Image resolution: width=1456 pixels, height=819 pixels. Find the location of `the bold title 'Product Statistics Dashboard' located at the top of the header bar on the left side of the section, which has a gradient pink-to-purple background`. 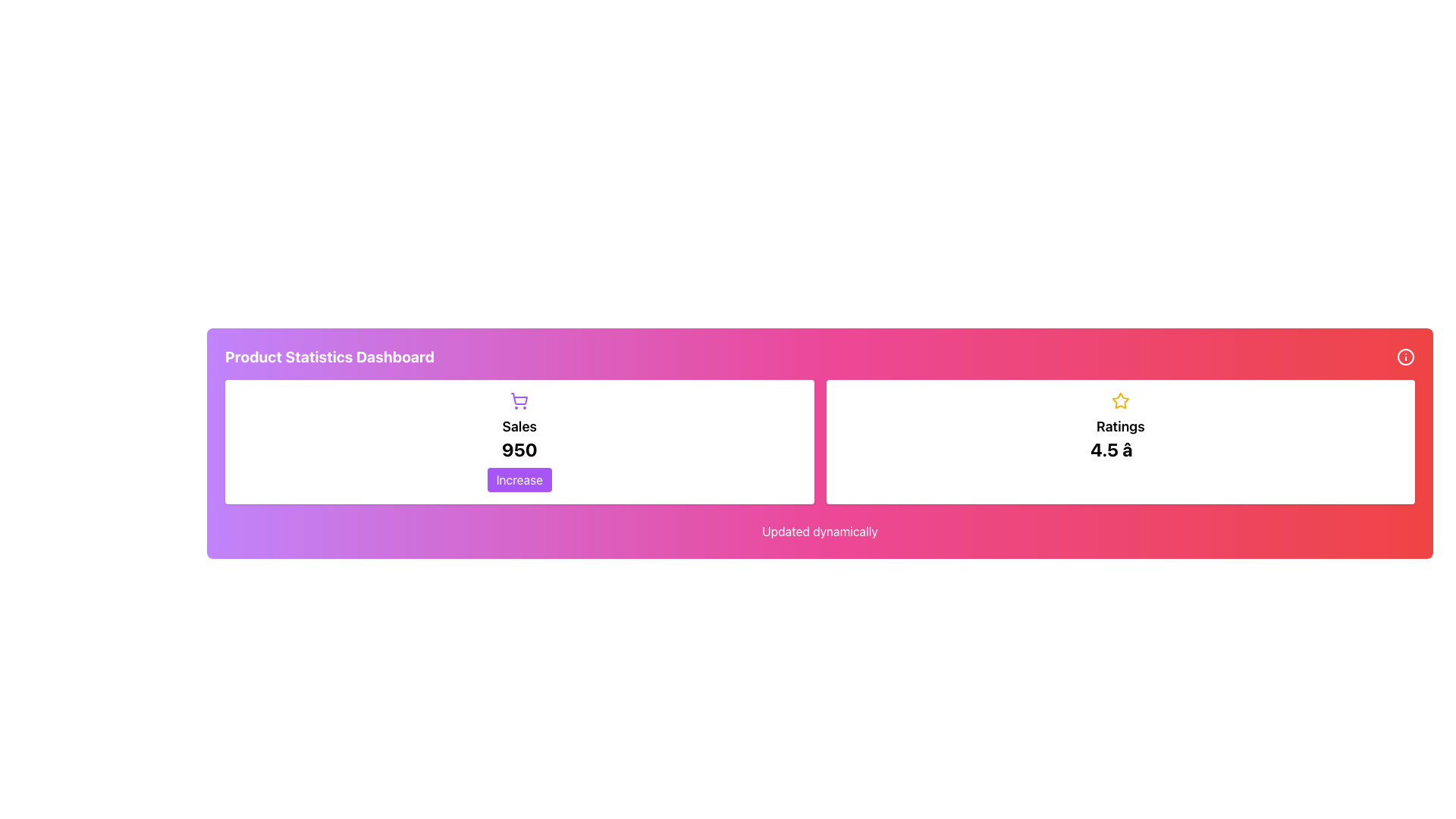

the bold title 'Product Statistics Dashboard' located at the top of the header bar on the left side of the section, which has a gradient pink-to-purple background is located at coordinates (328, 356).